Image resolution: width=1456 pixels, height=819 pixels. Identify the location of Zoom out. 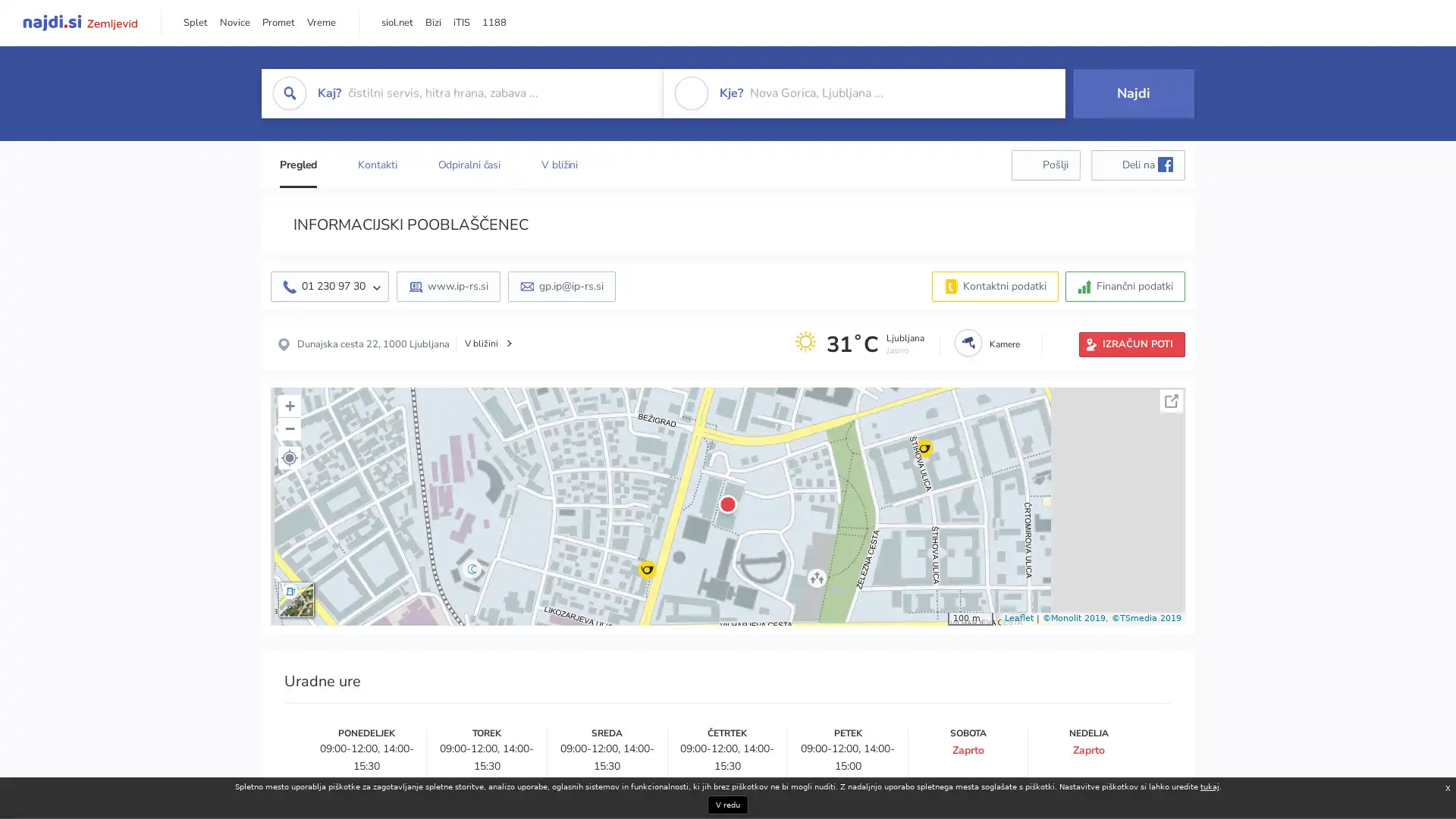
(290, 428).